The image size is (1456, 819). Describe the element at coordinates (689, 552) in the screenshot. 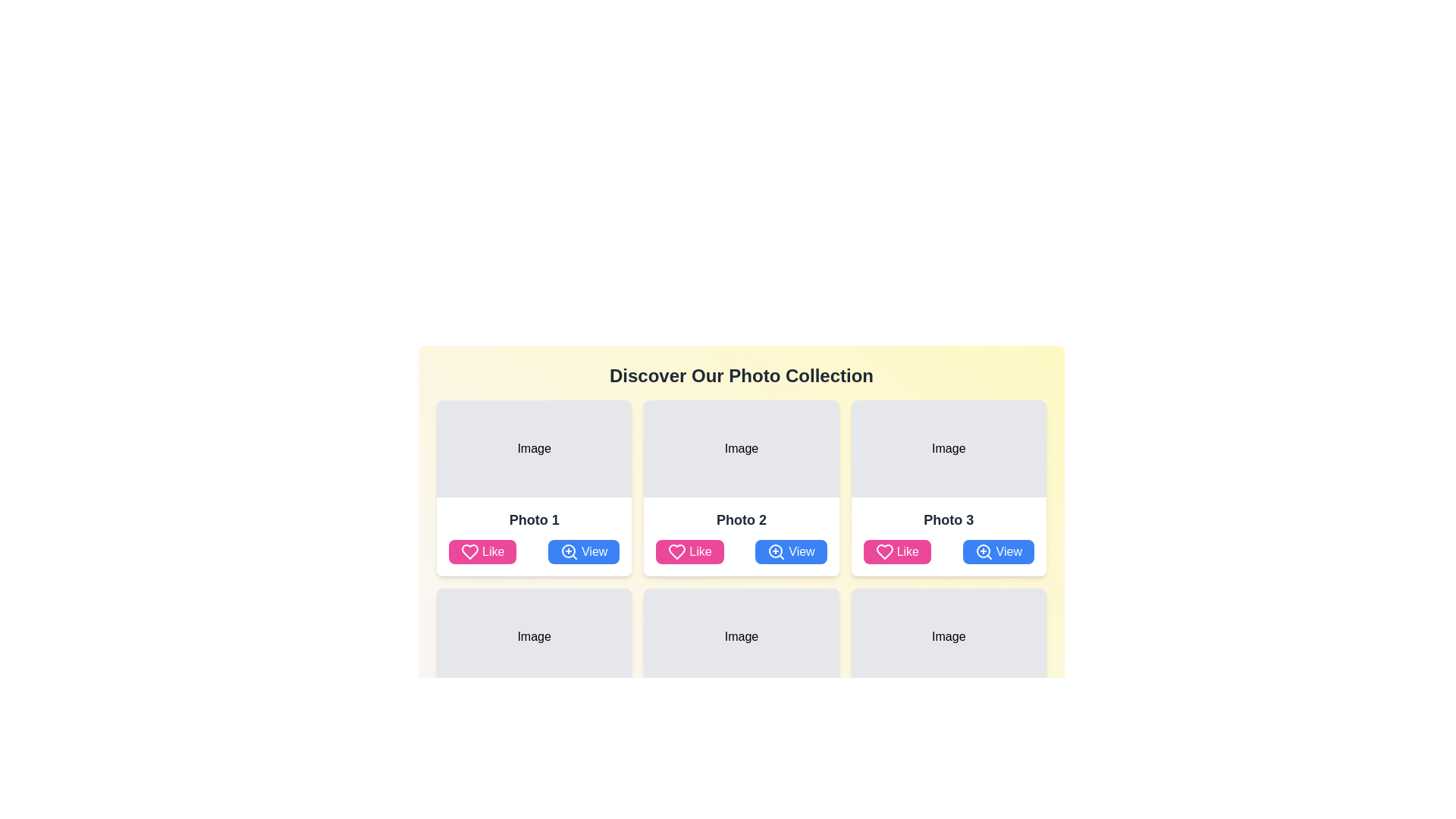

I see `the 'Like' button with a pink background and a white heart icon, located under 'Photo 2' in the grid layout` at that location.